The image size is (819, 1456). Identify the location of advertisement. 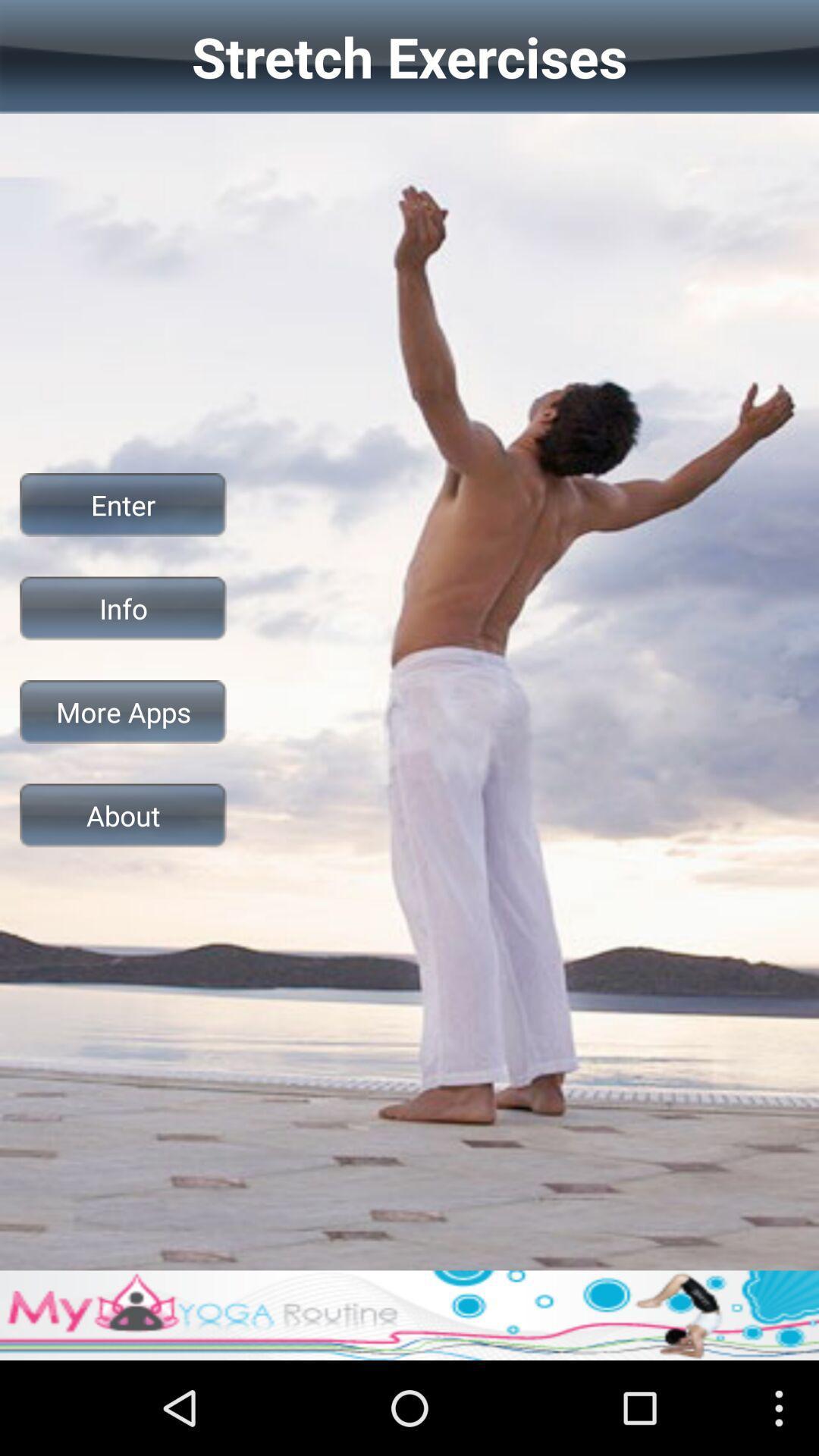
(409, 1314).